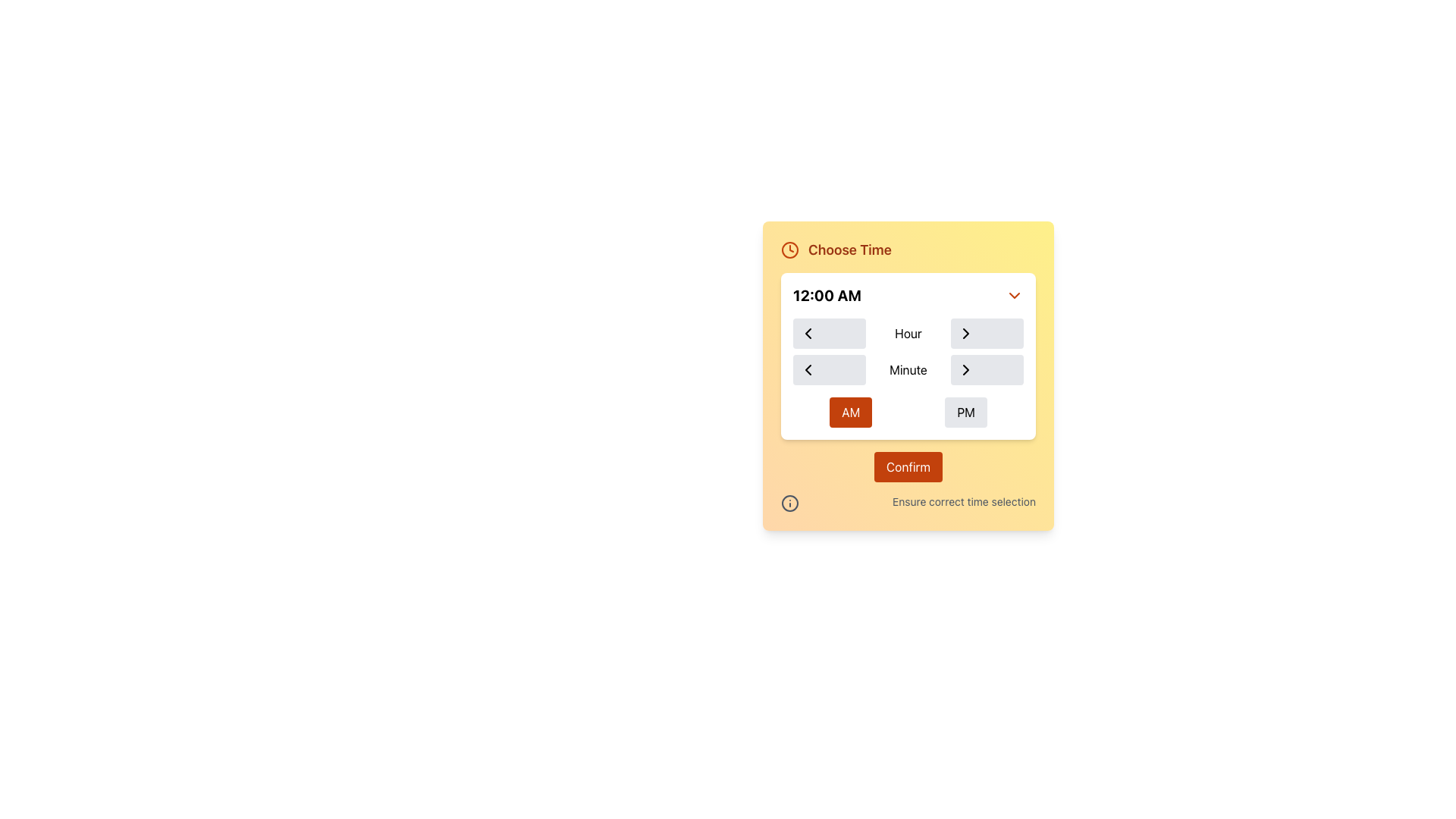  I want to click on the first arrow button to the left of the 'Hour' label in the 'Choose Time' window to decrease the hour value, so click(807, 332).